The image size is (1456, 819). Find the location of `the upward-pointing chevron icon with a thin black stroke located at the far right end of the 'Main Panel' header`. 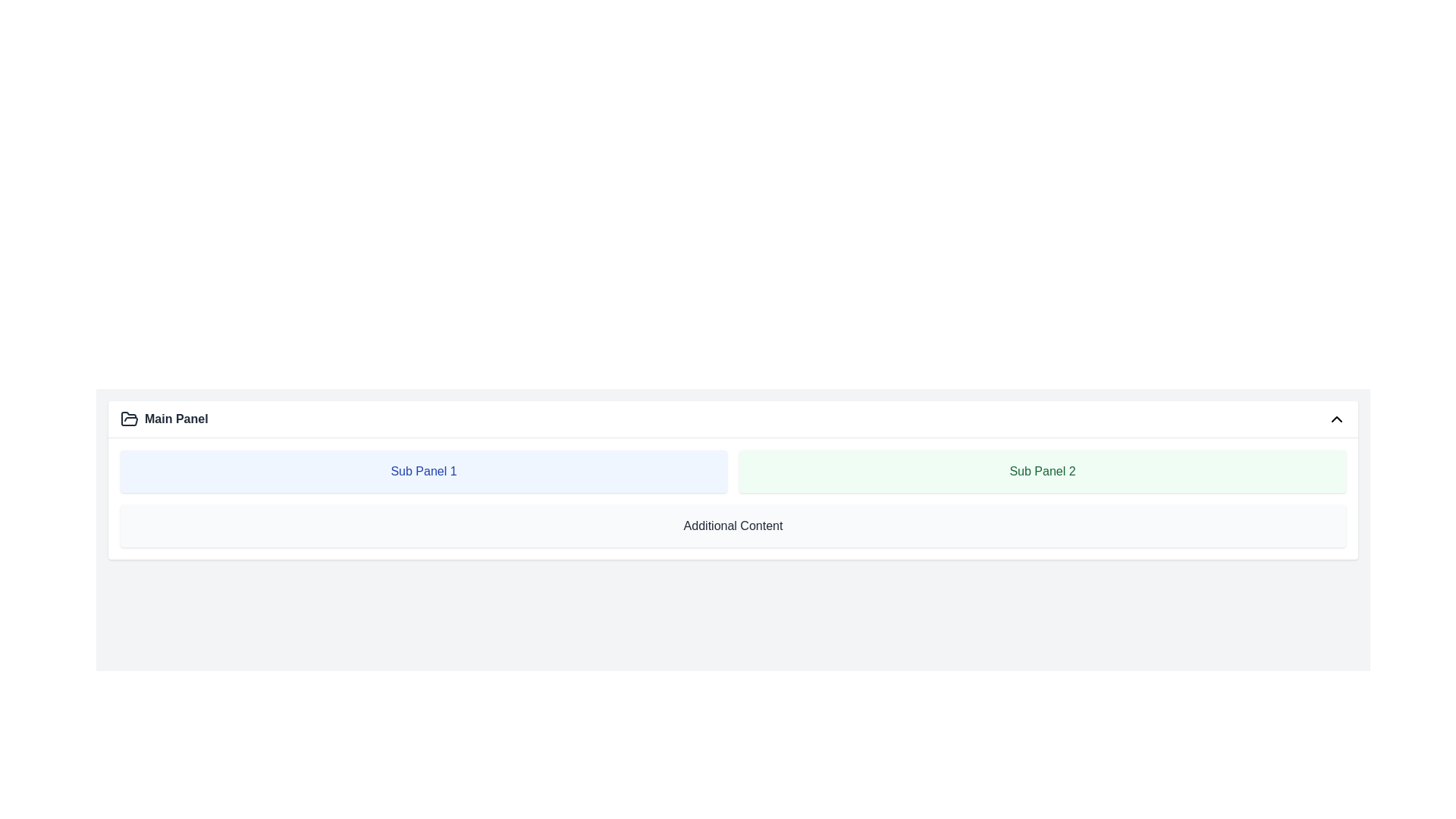

the upward-pointing chevron icon with a thin black stroke located at the far right end of the 'Main Panel' header is located at coordinates (1336, 419).